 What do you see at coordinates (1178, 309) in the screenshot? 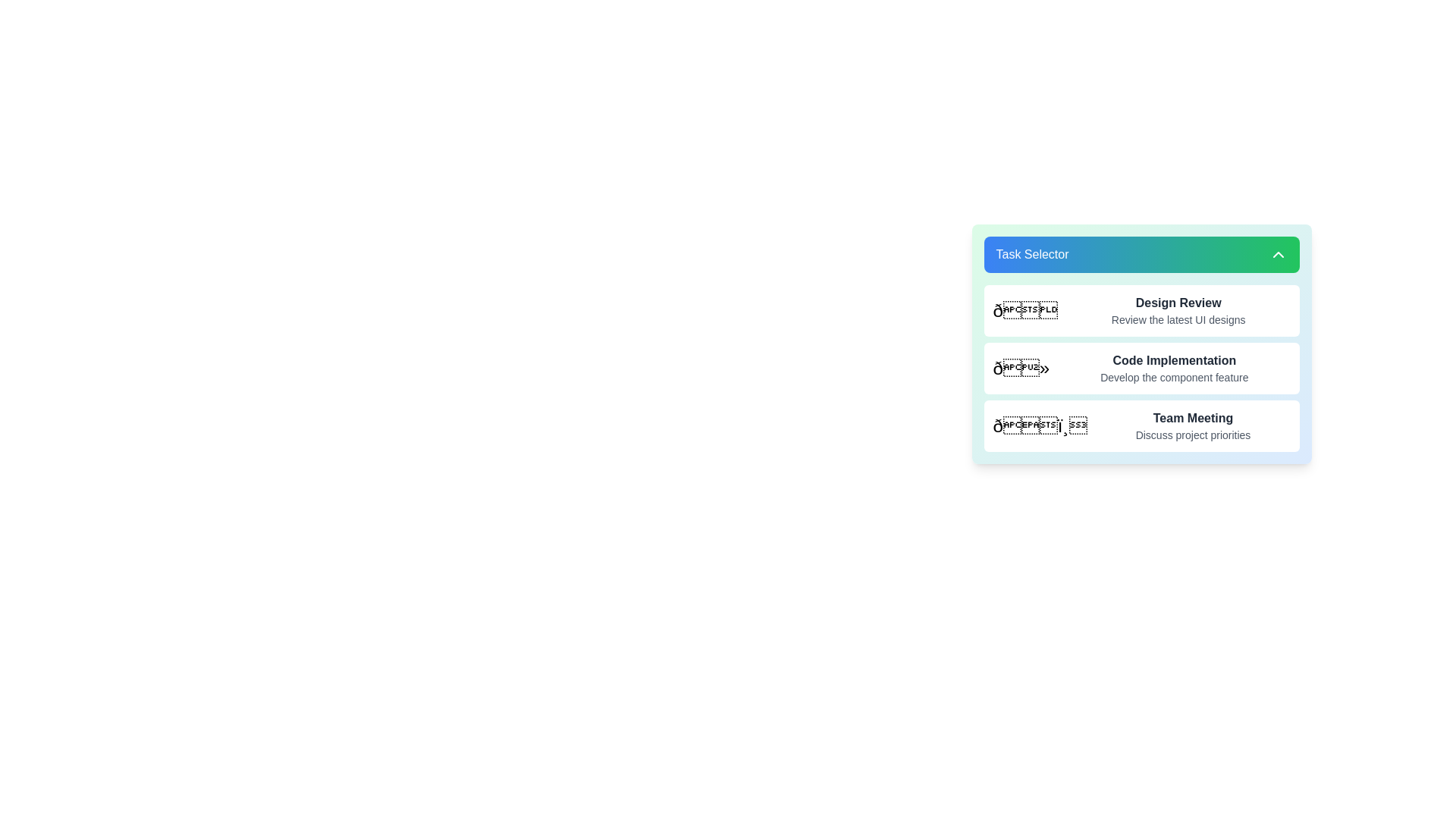
I see `the 'Design Review' text block, which features a bold title and a description` at bounding box center [1178, 309].